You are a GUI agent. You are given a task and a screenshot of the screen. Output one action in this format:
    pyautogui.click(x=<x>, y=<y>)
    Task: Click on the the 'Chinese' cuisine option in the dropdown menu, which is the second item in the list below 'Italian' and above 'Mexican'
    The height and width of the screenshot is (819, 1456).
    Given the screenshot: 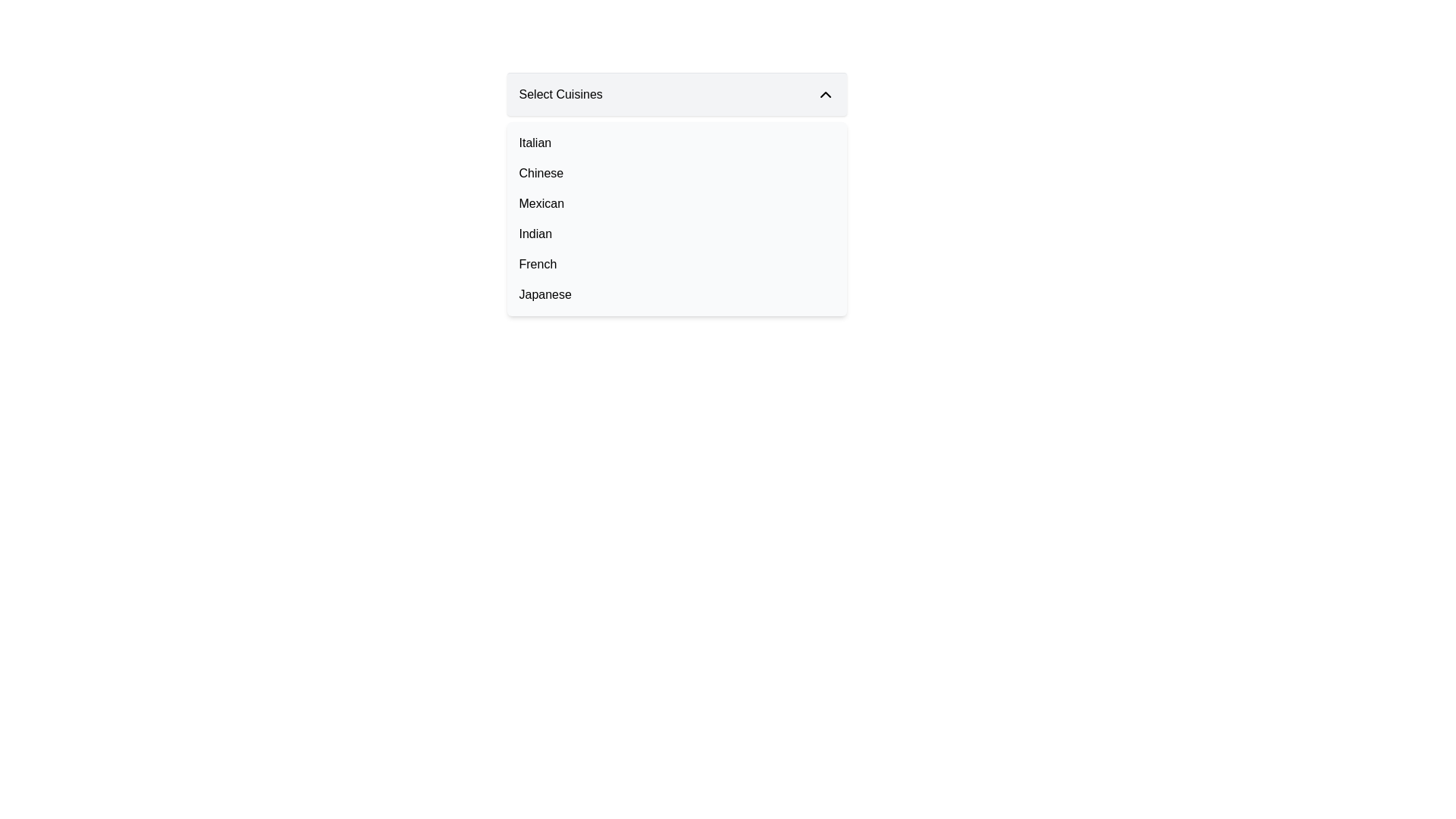 What is the action you would take?
    pyautogui.click(x=541, y=172)
    